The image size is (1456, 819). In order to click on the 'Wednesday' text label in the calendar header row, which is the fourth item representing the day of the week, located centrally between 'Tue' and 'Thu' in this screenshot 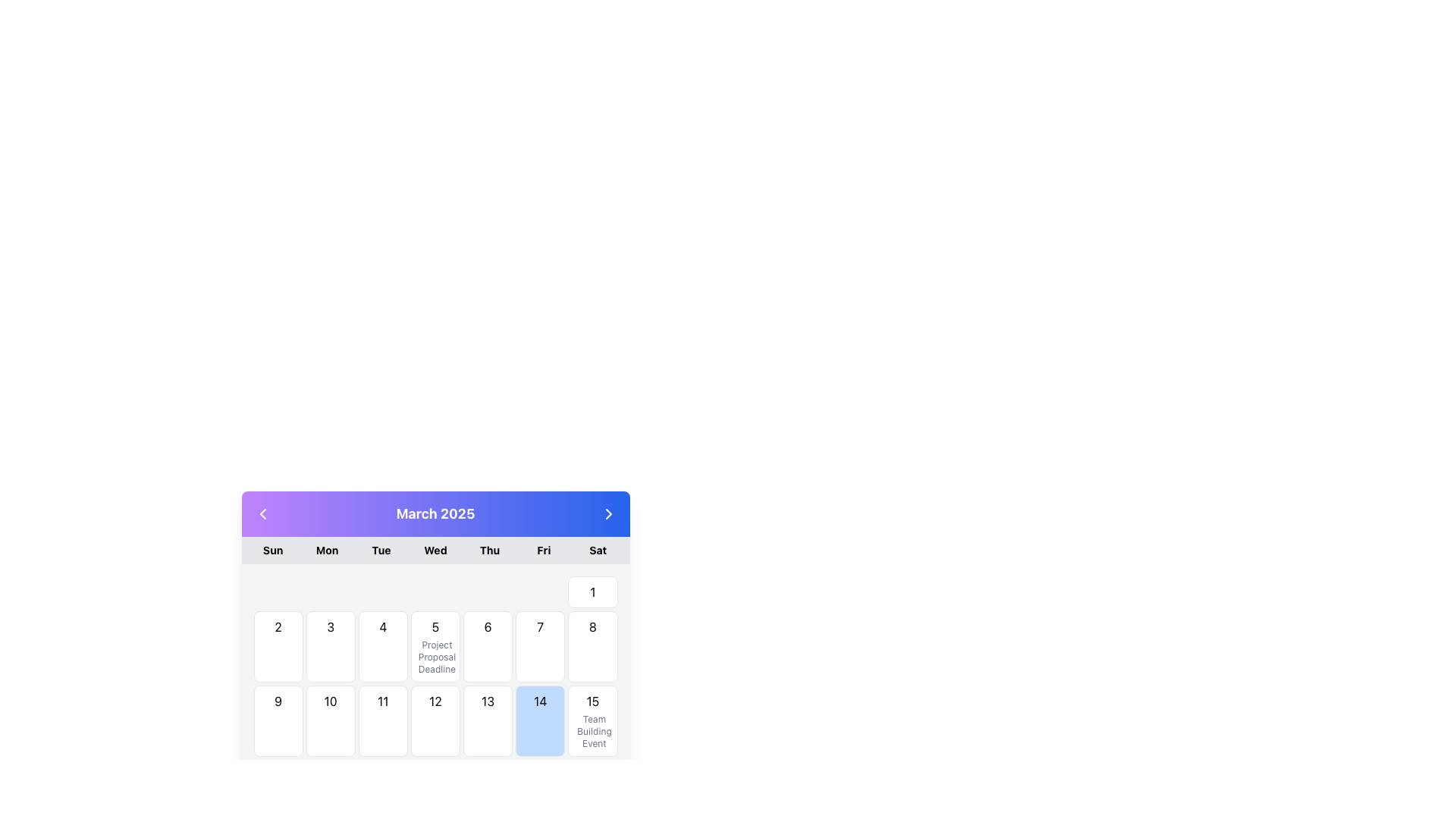, I will do `click(435, 550)`.